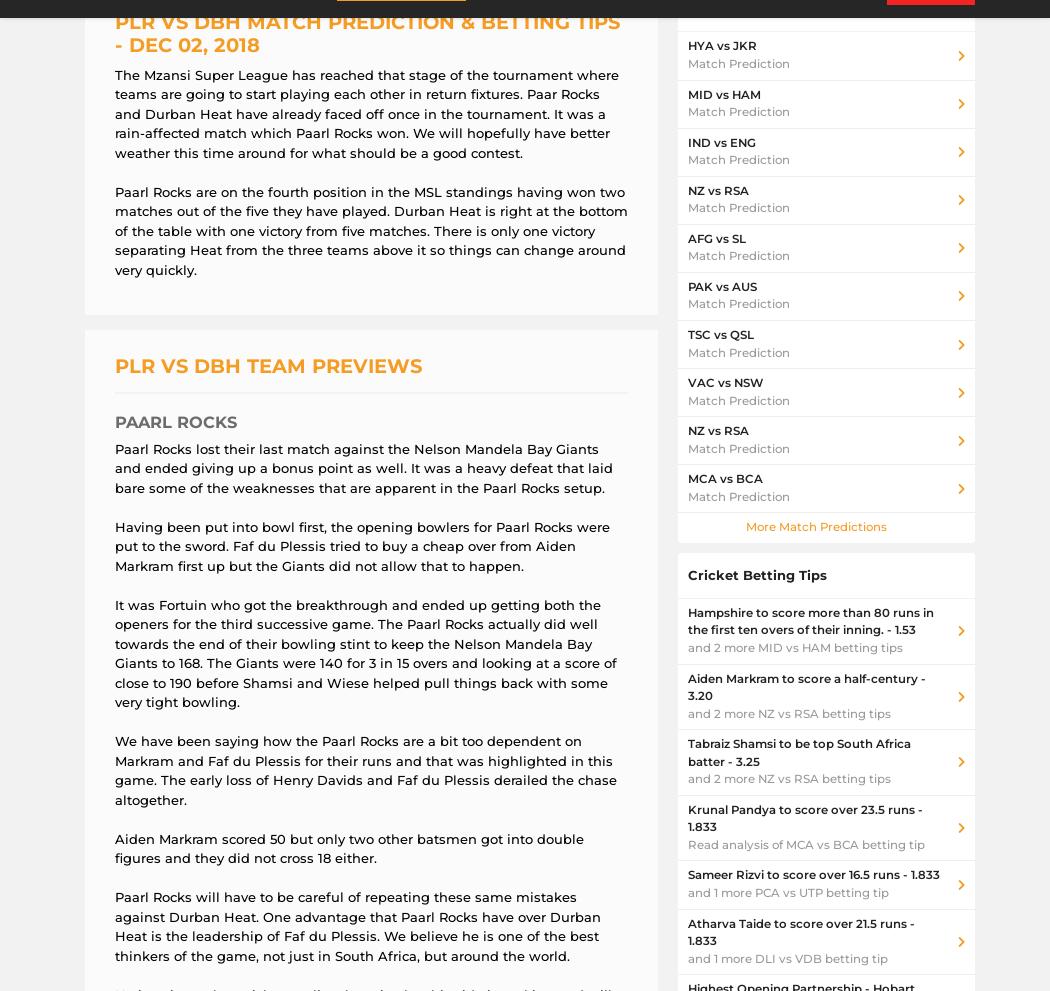  Describe the element at coordinates (812, 874) in the screenshot. I see `'Sameer Rizvi to score over 16.5 runs - 1.833'` at that location.